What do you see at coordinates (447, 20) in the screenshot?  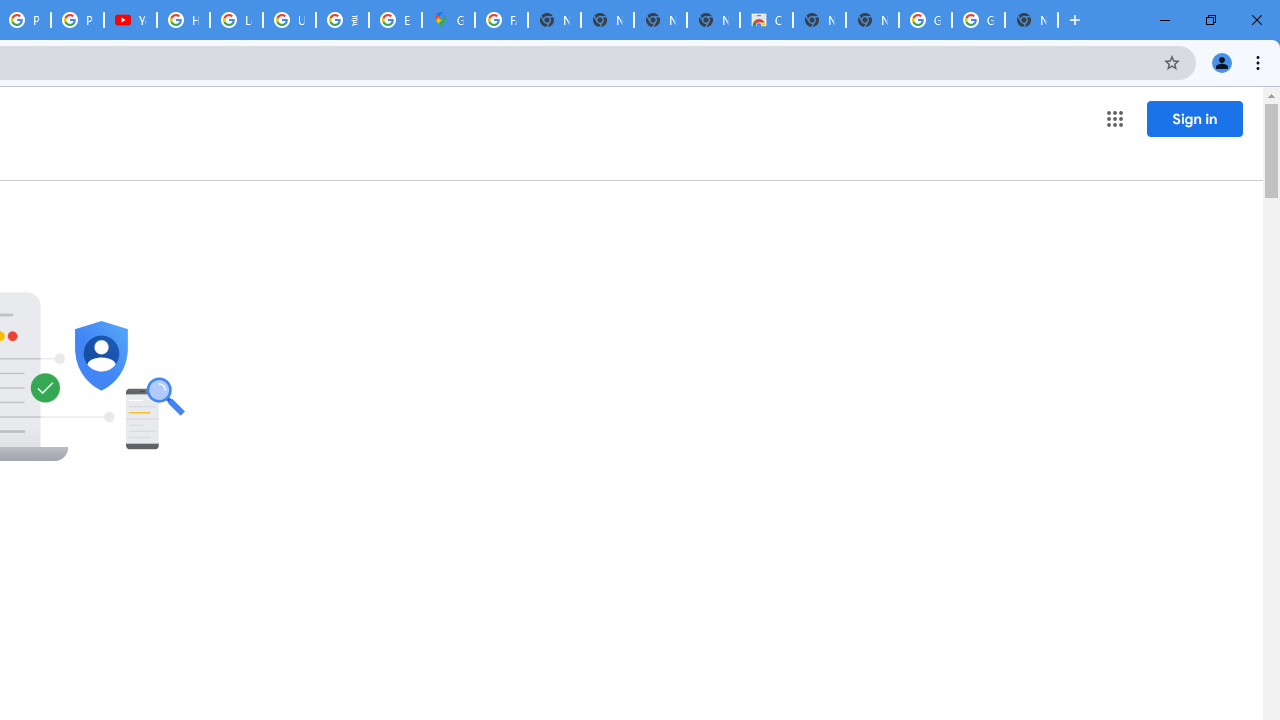 I see `'Google Maps'` at bounding box center [447, 20].